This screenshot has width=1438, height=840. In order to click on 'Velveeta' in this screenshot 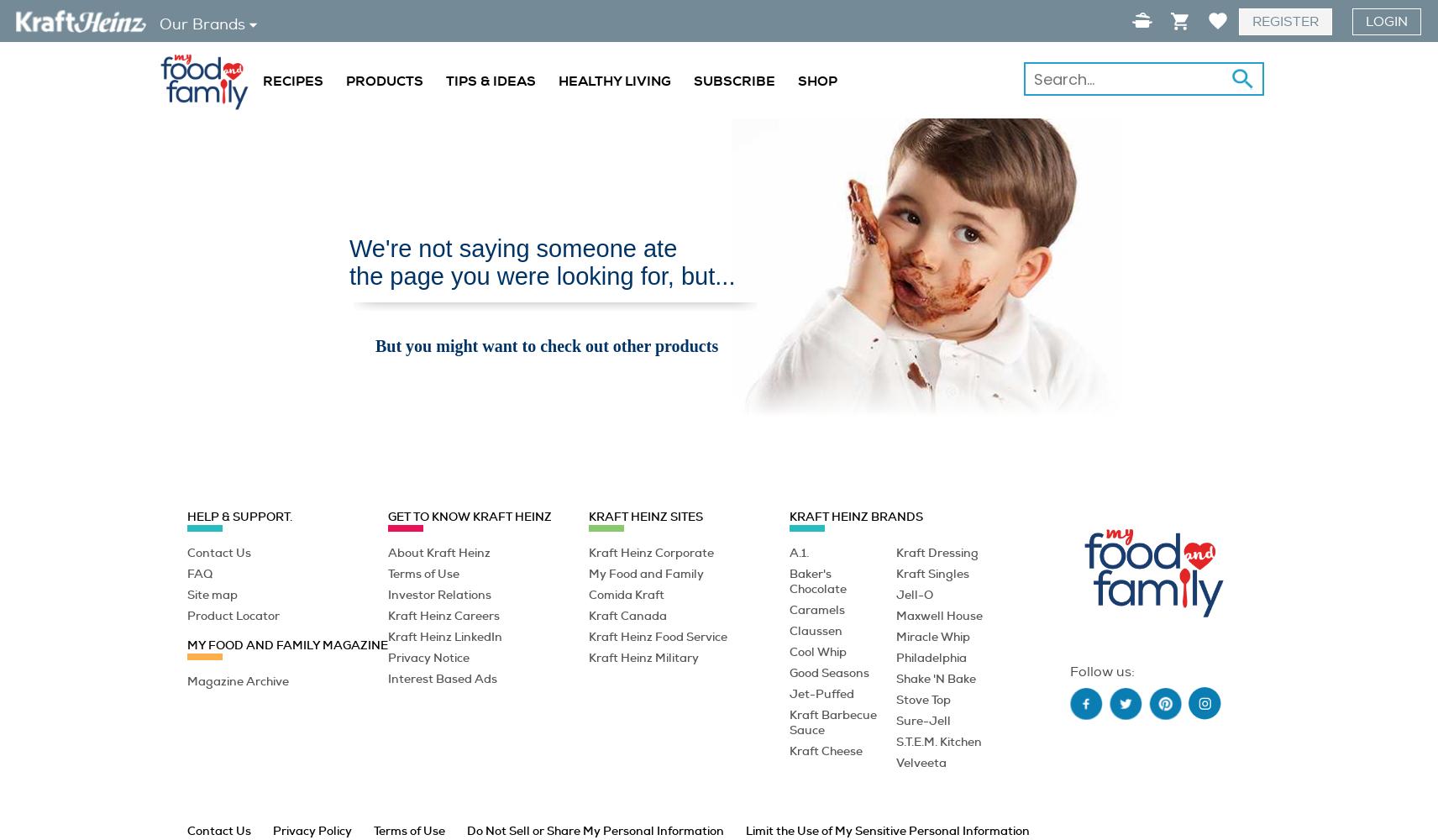, I will do `click(895, 763)`.